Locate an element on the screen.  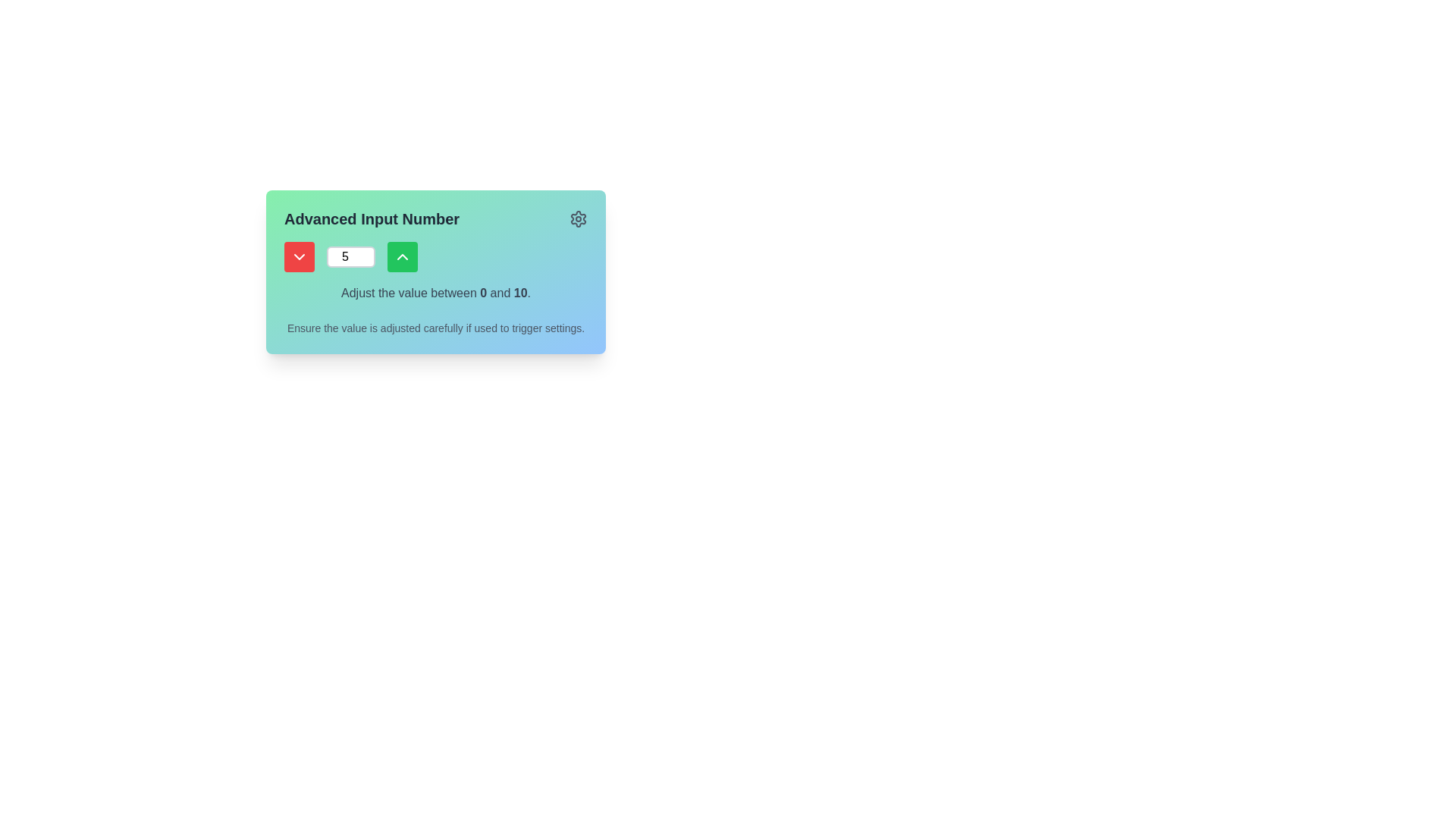
the gear-shaped icon in the top-right corner of the light gradient background card is located at coordinates (578, 219).